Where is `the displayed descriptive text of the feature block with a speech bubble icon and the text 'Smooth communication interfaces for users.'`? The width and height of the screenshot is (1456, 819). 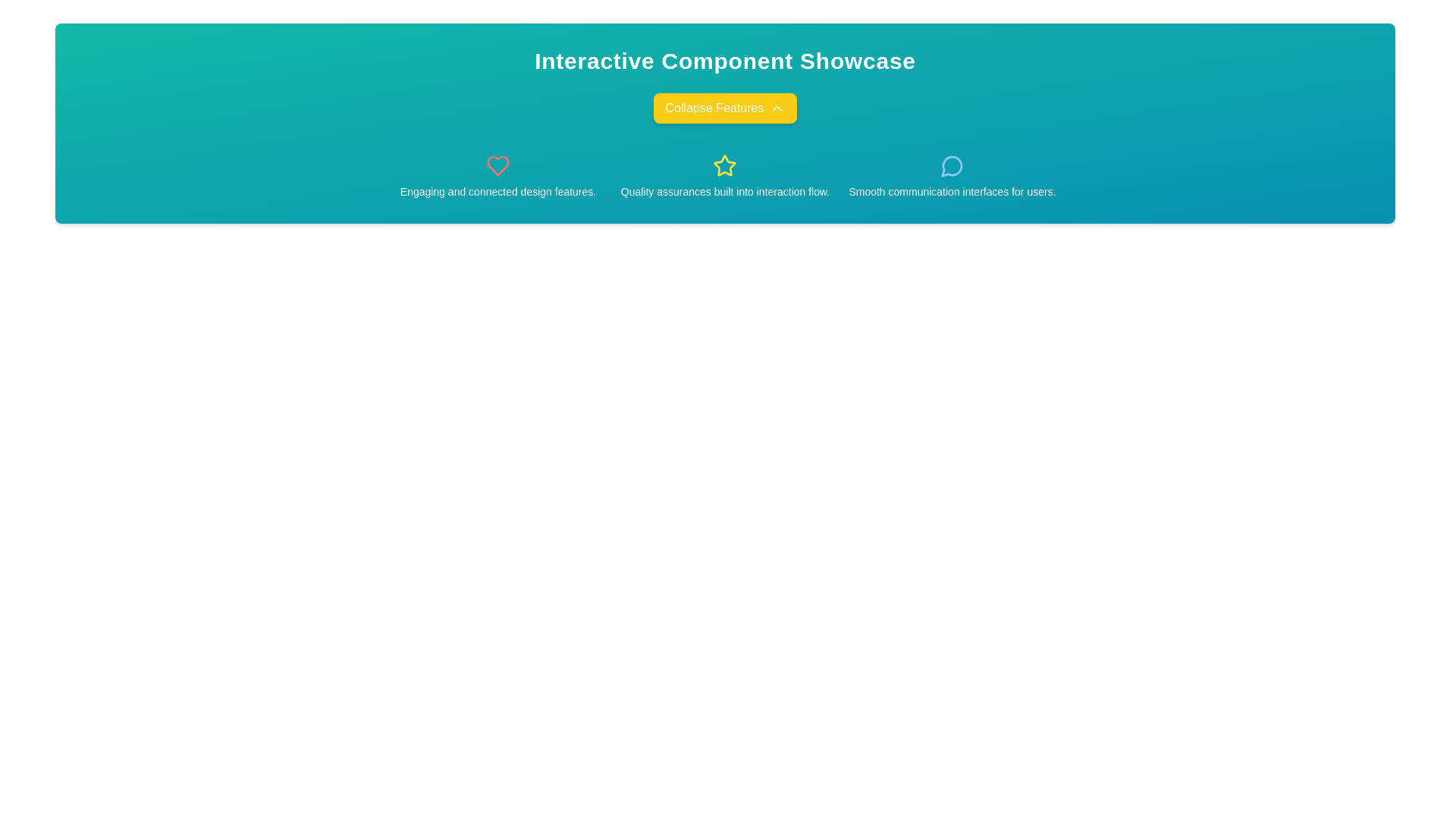
the displayed descriptive text of the feature block with a speech bubble icon and the text 'Smooth communication interfaces for users.' is located at coordinates (952, 175).